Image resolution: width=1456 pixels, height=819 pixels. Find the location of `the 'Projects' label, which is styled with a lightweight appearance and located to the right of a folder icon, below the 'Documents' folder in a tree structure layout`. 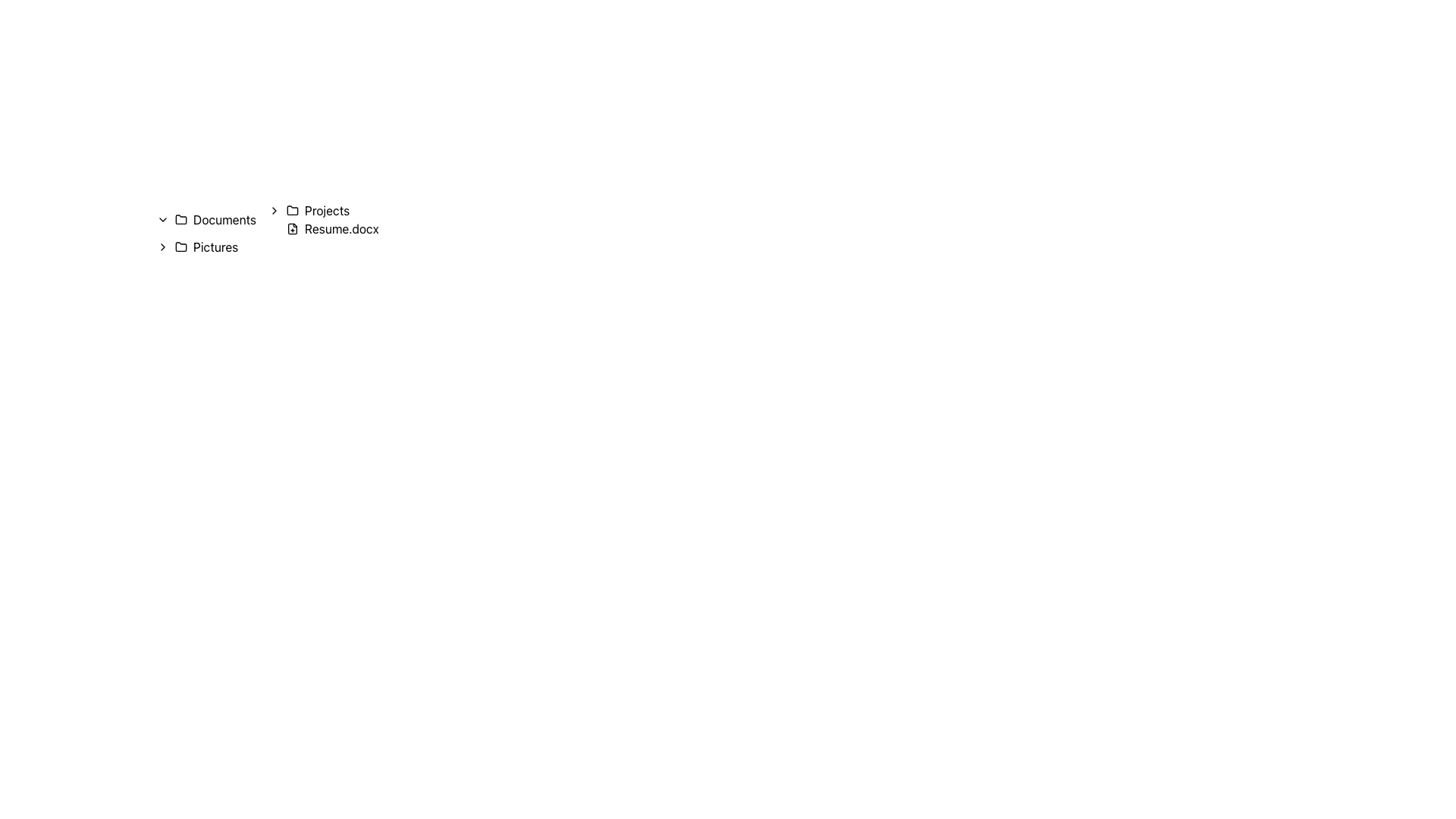

the 'Projects' label, which is styled with a lightweight appearance and located to the right of a folder icon, below the 'Documents' folder in a tree structure layout is located at coordinates (316, 210).